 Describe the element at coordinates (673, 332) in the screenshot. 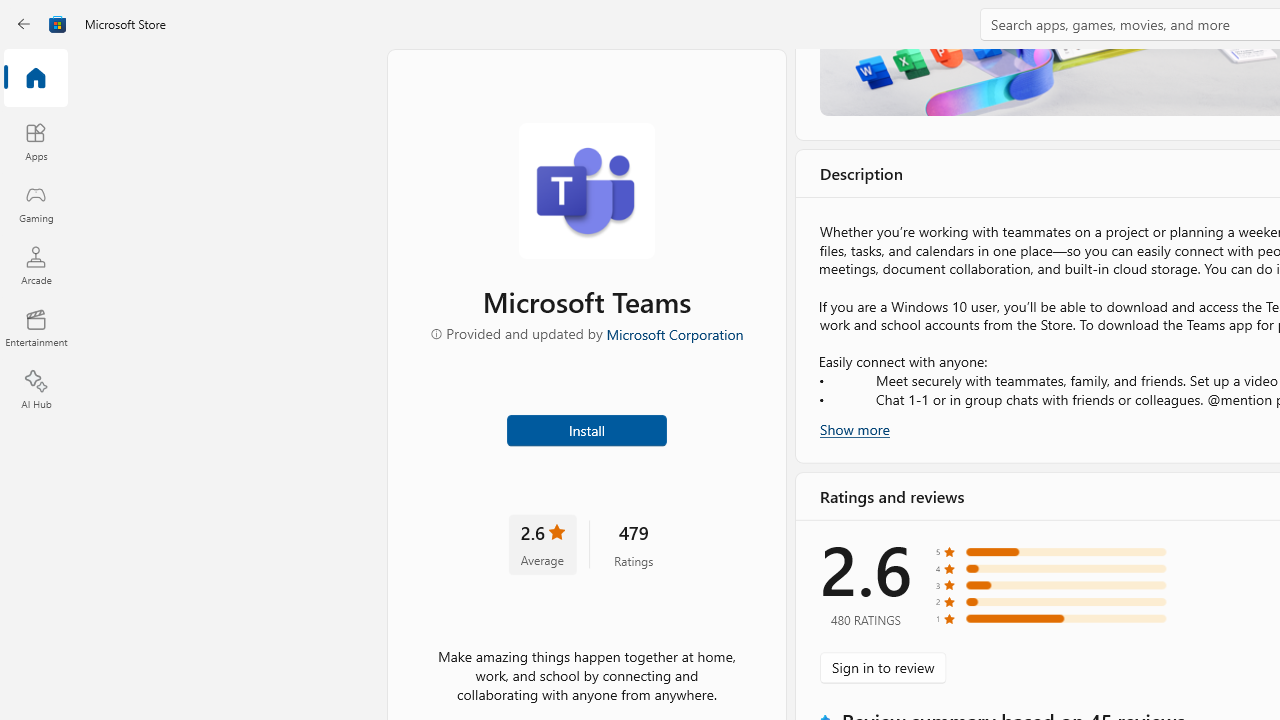

I see `'Microsoft Corporation'` at that location.